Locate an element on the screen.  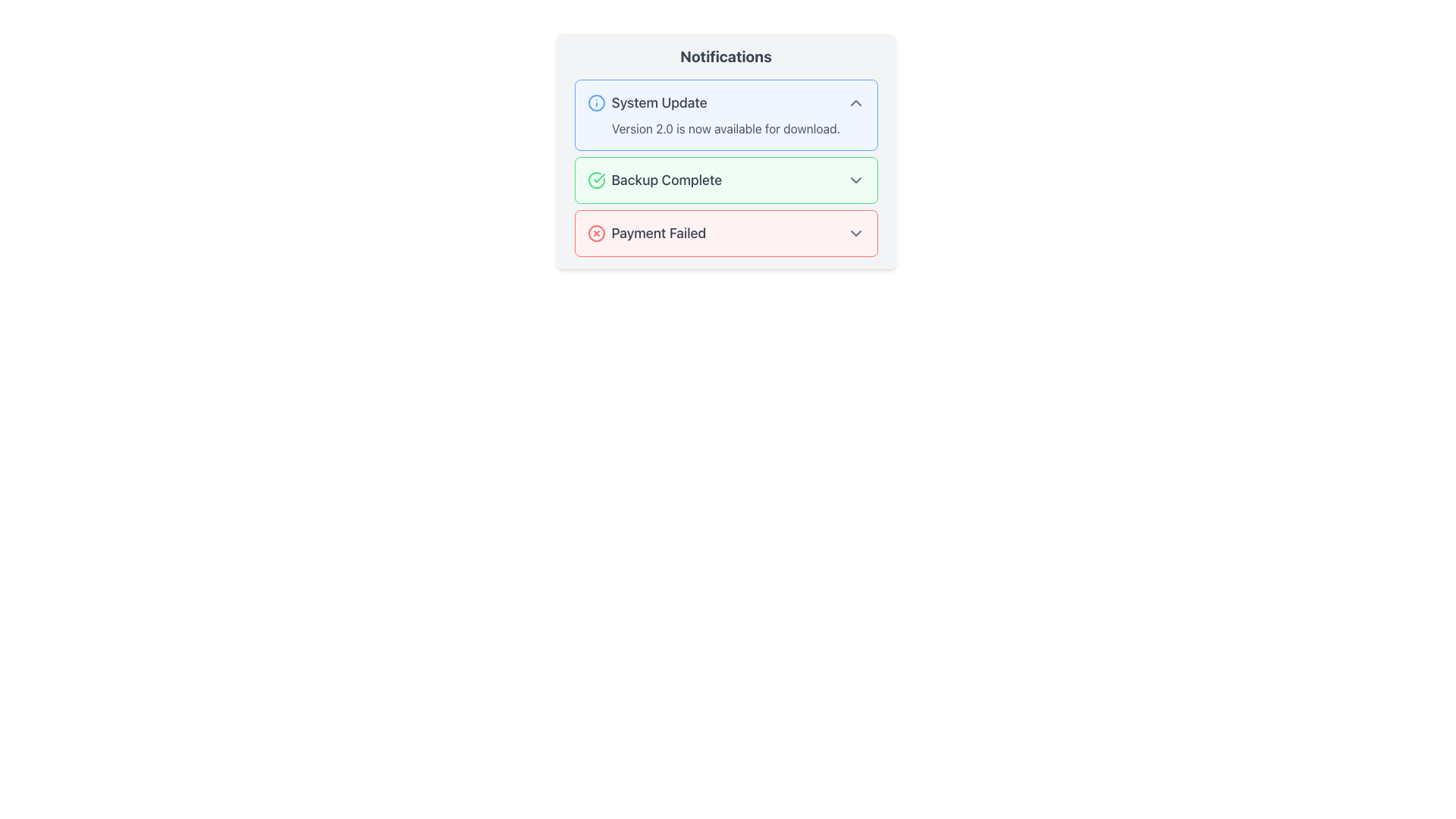
the text label with icon indicating a successful backup operation located in the notifications panel, positioned between the 'System Update' and 'Payment Failed' notifications is located at coordinates (654, 180).